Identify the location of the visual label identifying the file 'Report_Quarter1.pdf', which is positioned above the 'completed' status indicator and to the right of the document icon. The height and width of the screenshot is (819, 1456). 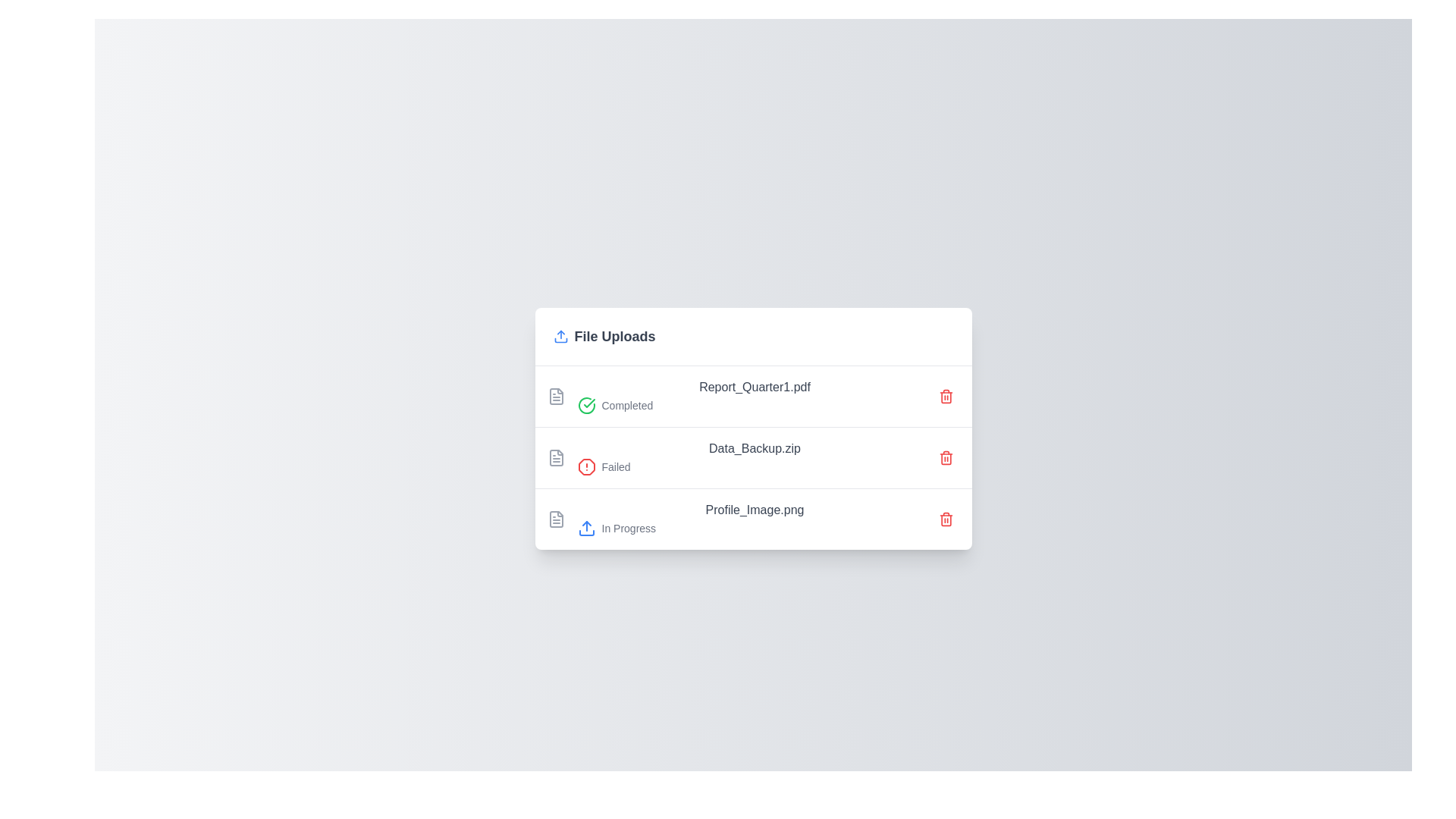
(755, 386).